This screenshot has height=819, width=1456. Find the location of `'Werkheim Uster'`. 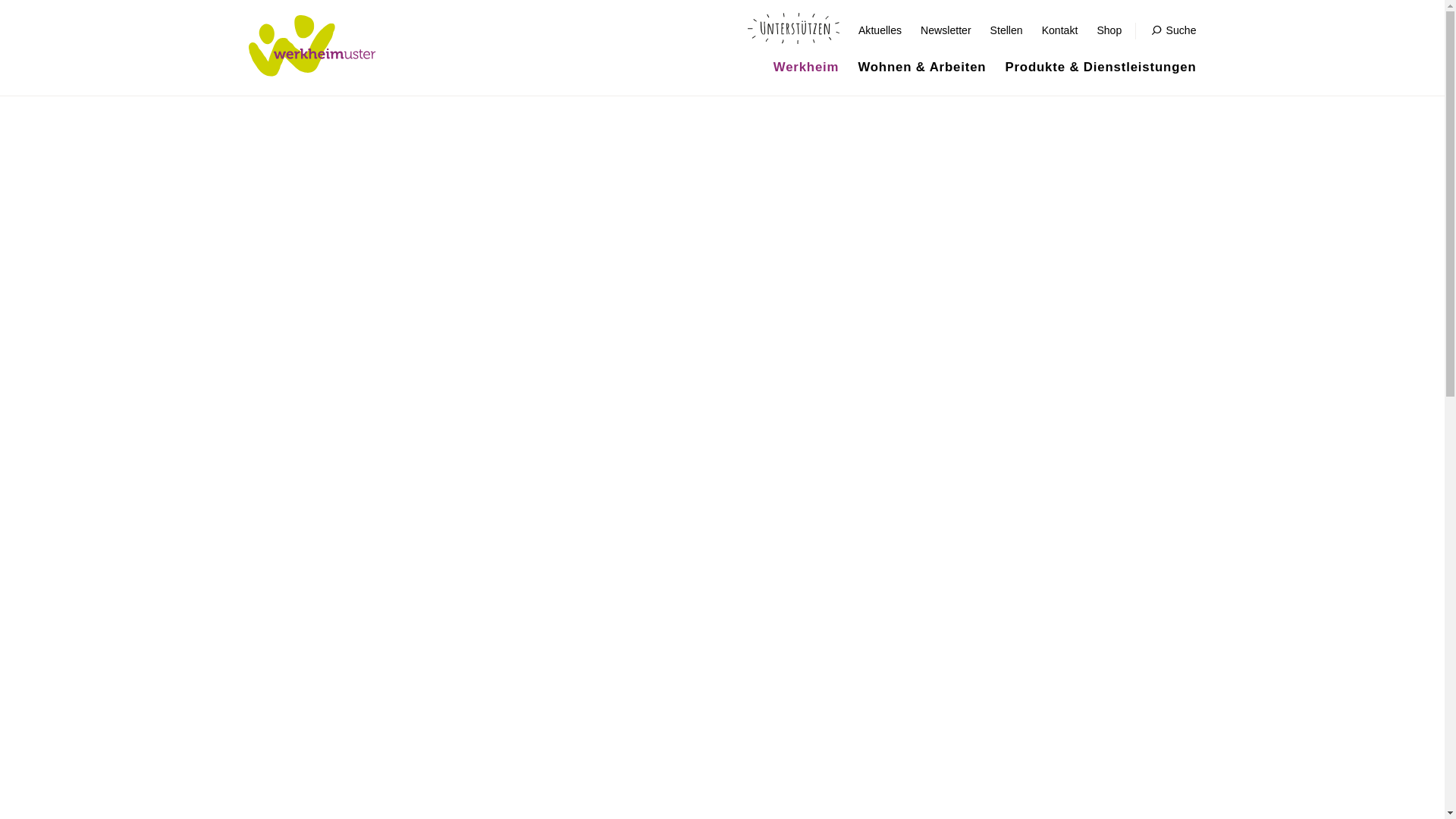

'Werkheim Uster' is located at coordinates (312, 45).